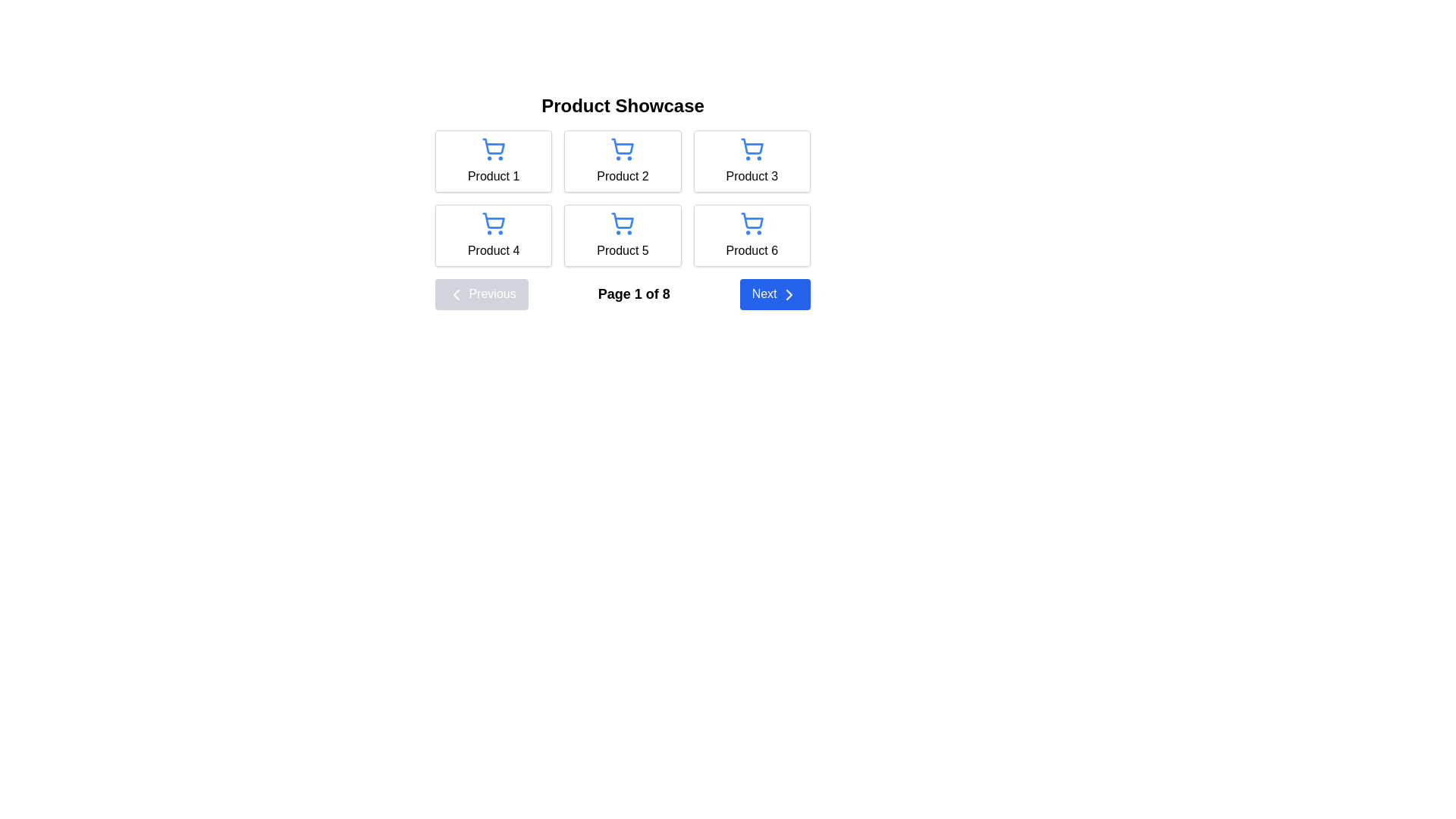  Describe the element at coordinates (623, 146) in the screenshot. I see `shopping cart icon in the second product card of the product grid, which is the main structural part of the SVG icon` at that location.